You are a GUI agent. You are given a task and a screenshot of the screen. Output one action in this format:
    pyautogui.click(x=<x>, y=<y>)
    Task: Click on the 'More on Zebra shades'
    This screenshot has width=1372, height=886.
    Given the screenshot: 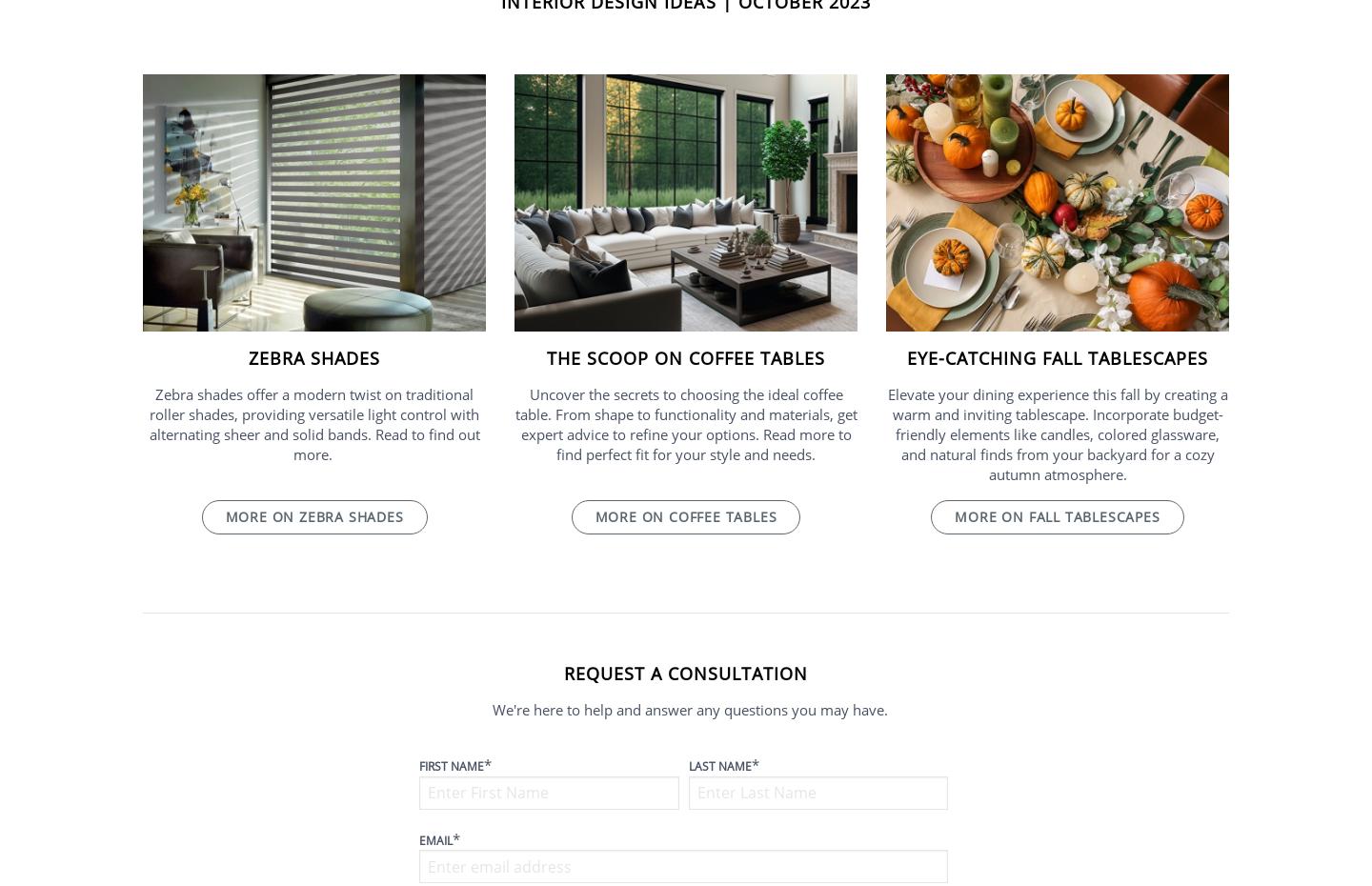 What is the action you would take?
    pyautogui.click(x=313, y=515)
    